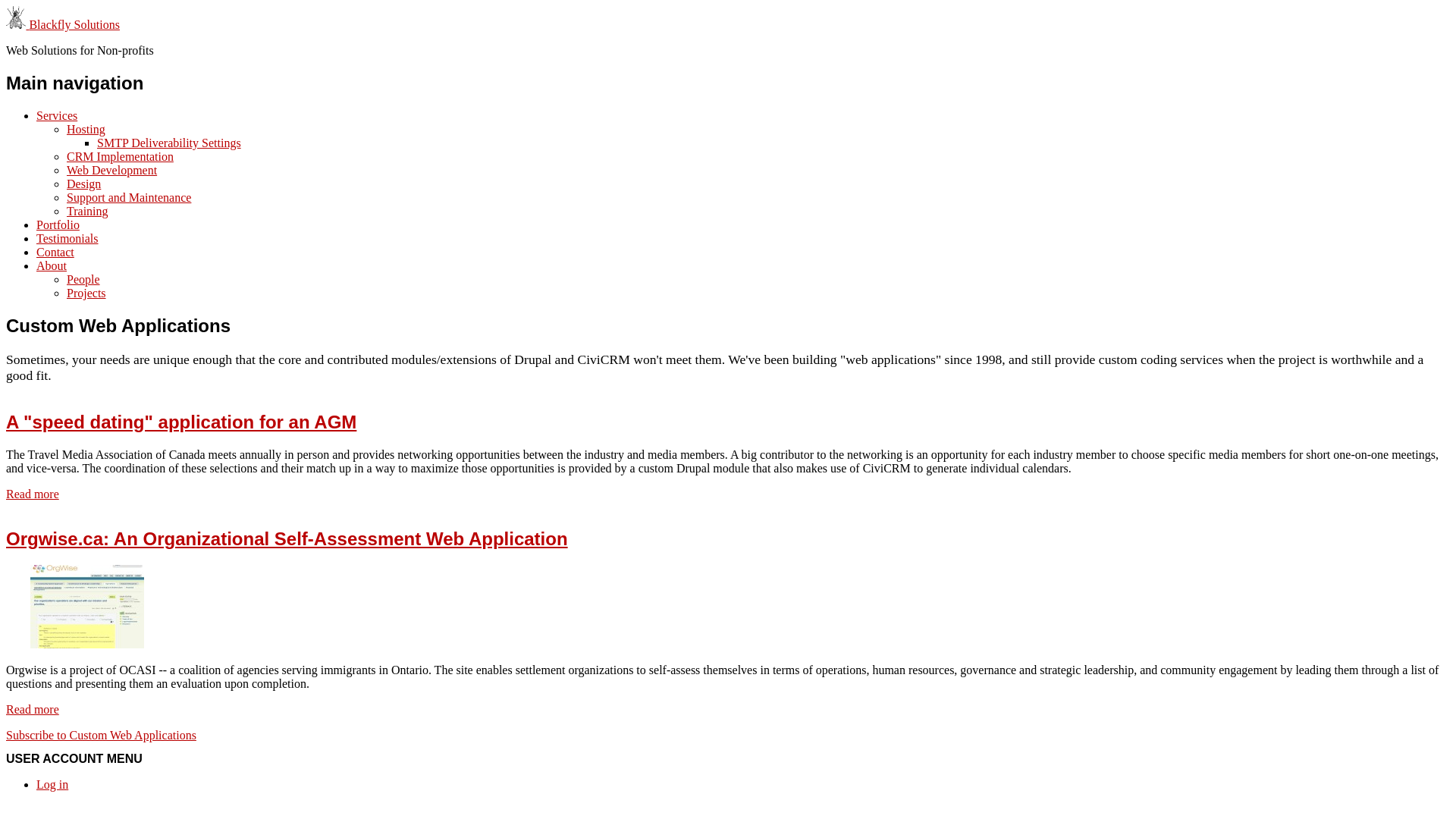 The width and height of the screenshot is (1456, 819). What do you see at coordinates (51, 265) in the screenshot?
I see `'About'` at bounding box center [51, 265].